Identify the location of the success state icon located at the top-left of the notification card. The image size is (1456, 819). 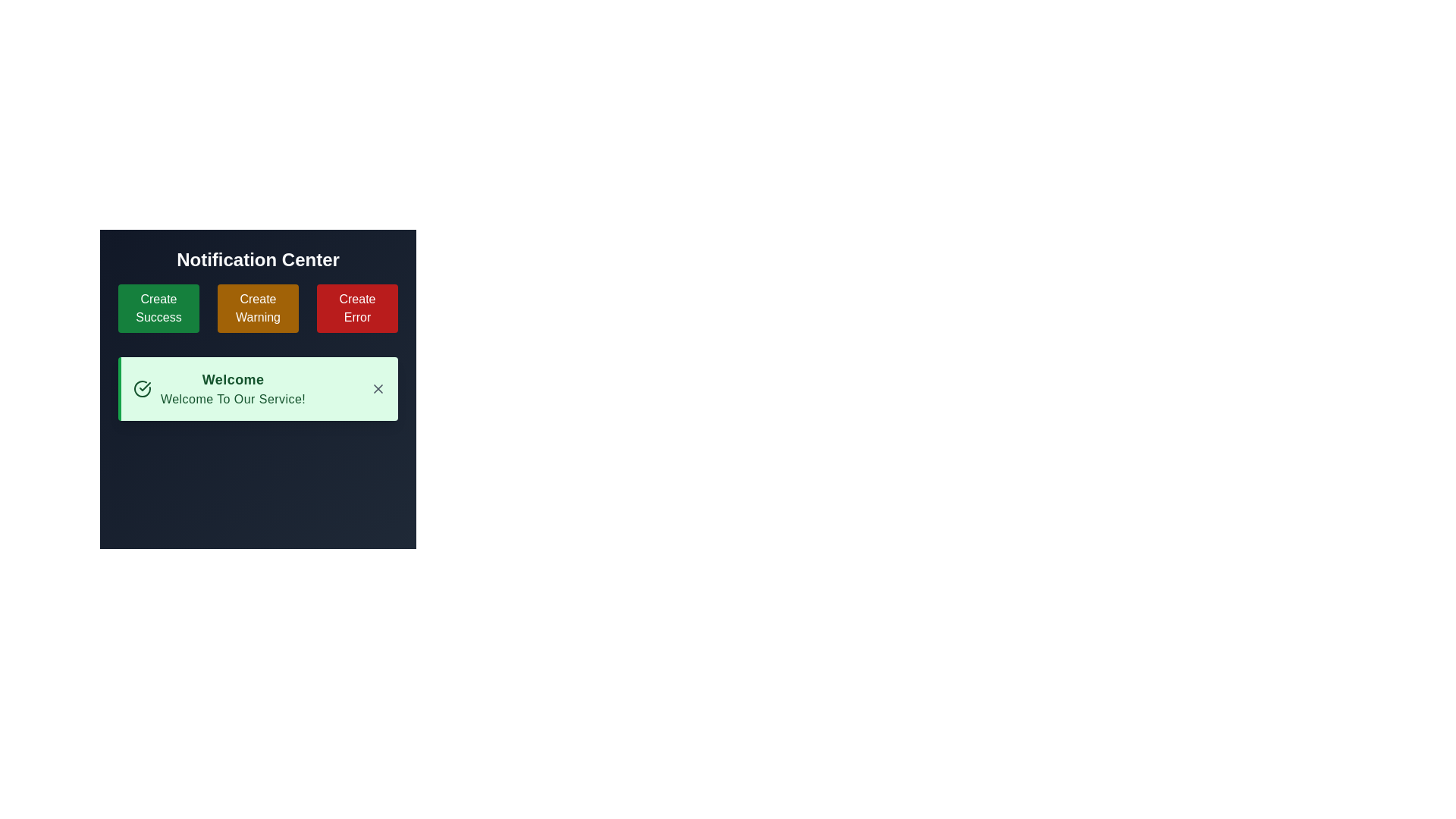
(145, 385).